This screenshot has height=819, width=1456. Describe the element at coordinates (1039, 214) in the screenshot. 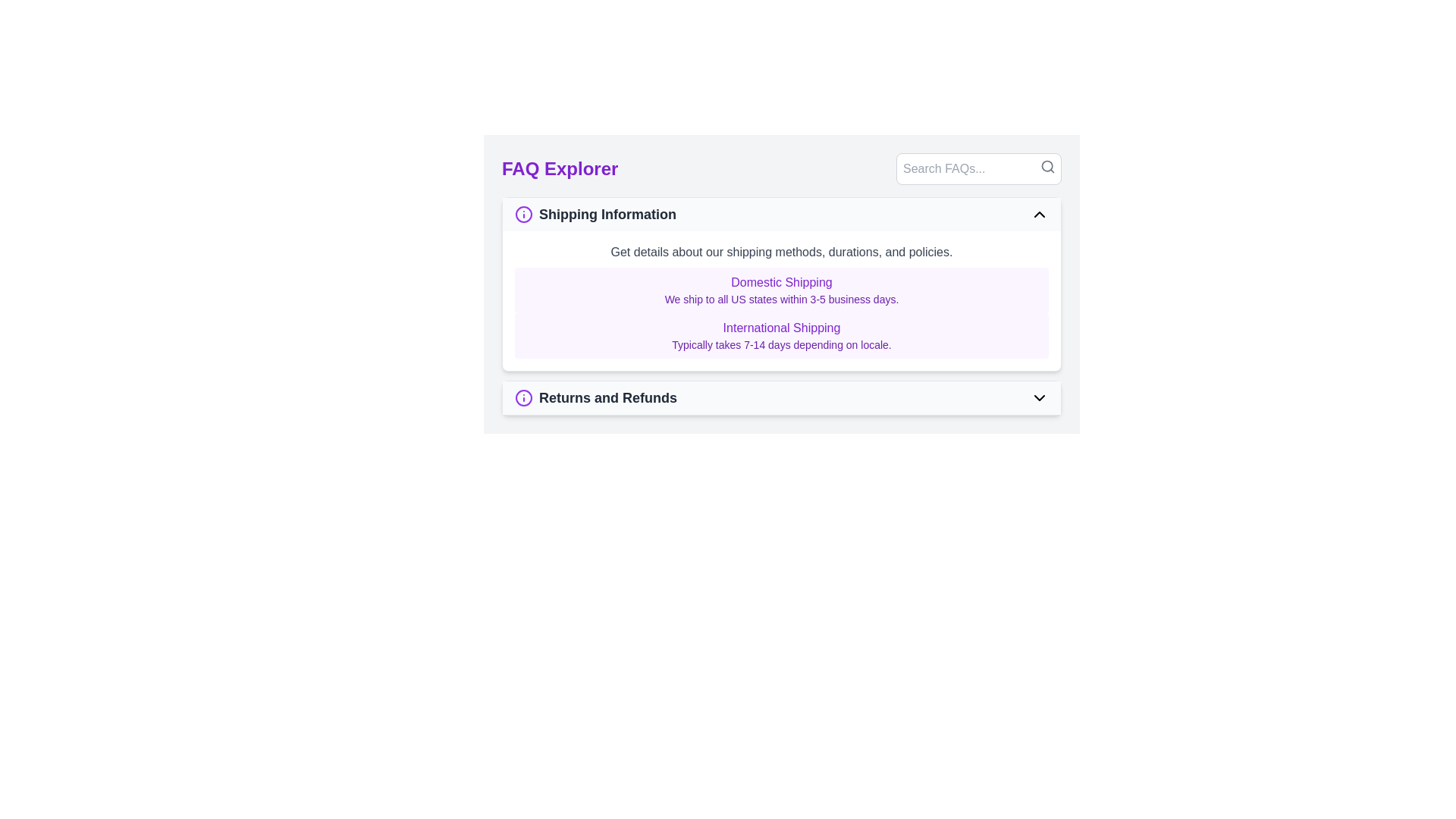

I see `the Chevron toggle icon located in the top-right corner of the 'Shipping Information' header section` at that location.